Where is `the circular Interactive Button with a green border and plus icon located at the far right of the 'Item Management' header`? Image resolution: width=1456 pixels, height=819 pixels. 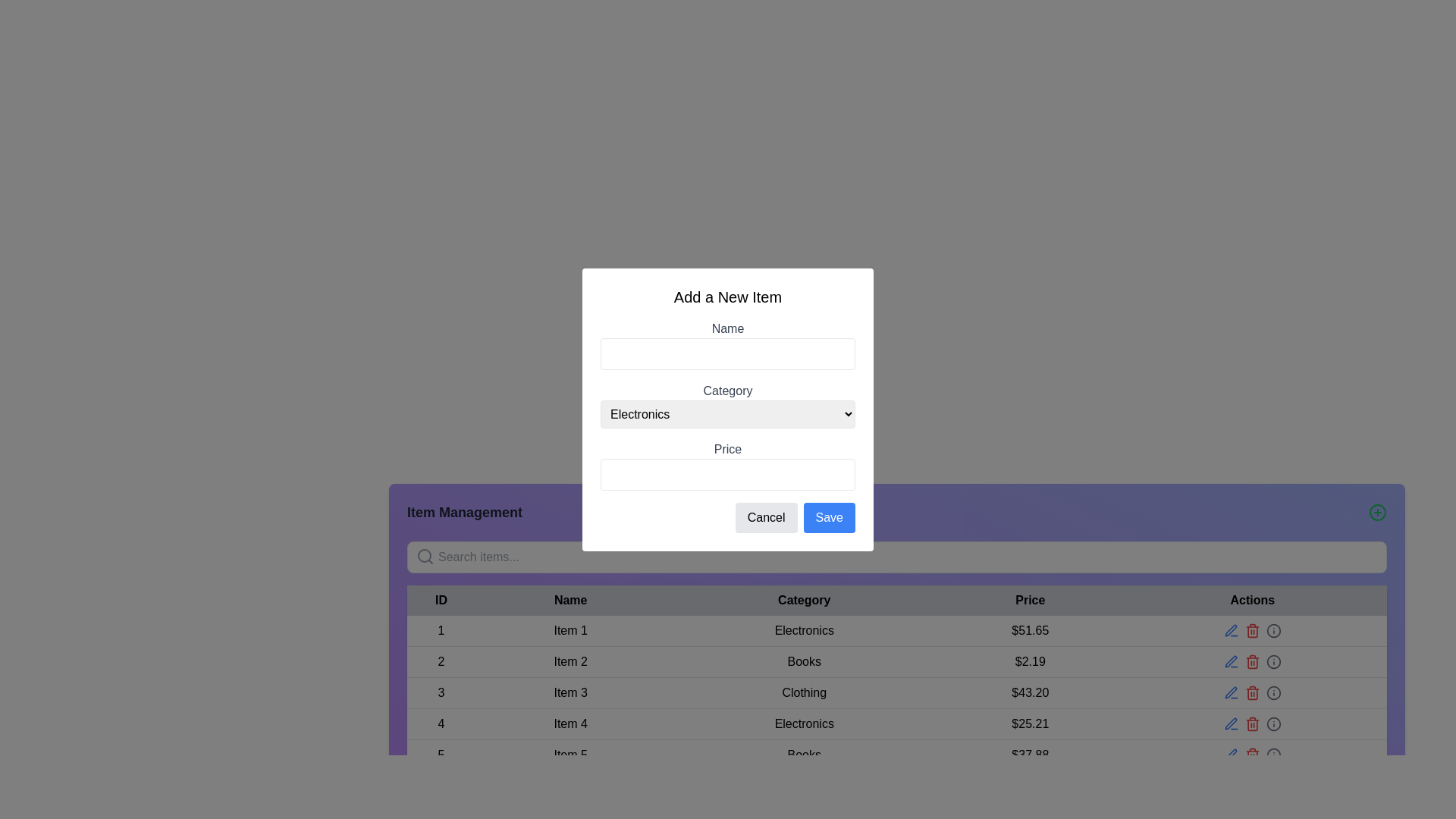 the circular Interactive Button with a green border and plus icon located at the far right of the 'Item Management' header is located at coordinates (1378, 512).